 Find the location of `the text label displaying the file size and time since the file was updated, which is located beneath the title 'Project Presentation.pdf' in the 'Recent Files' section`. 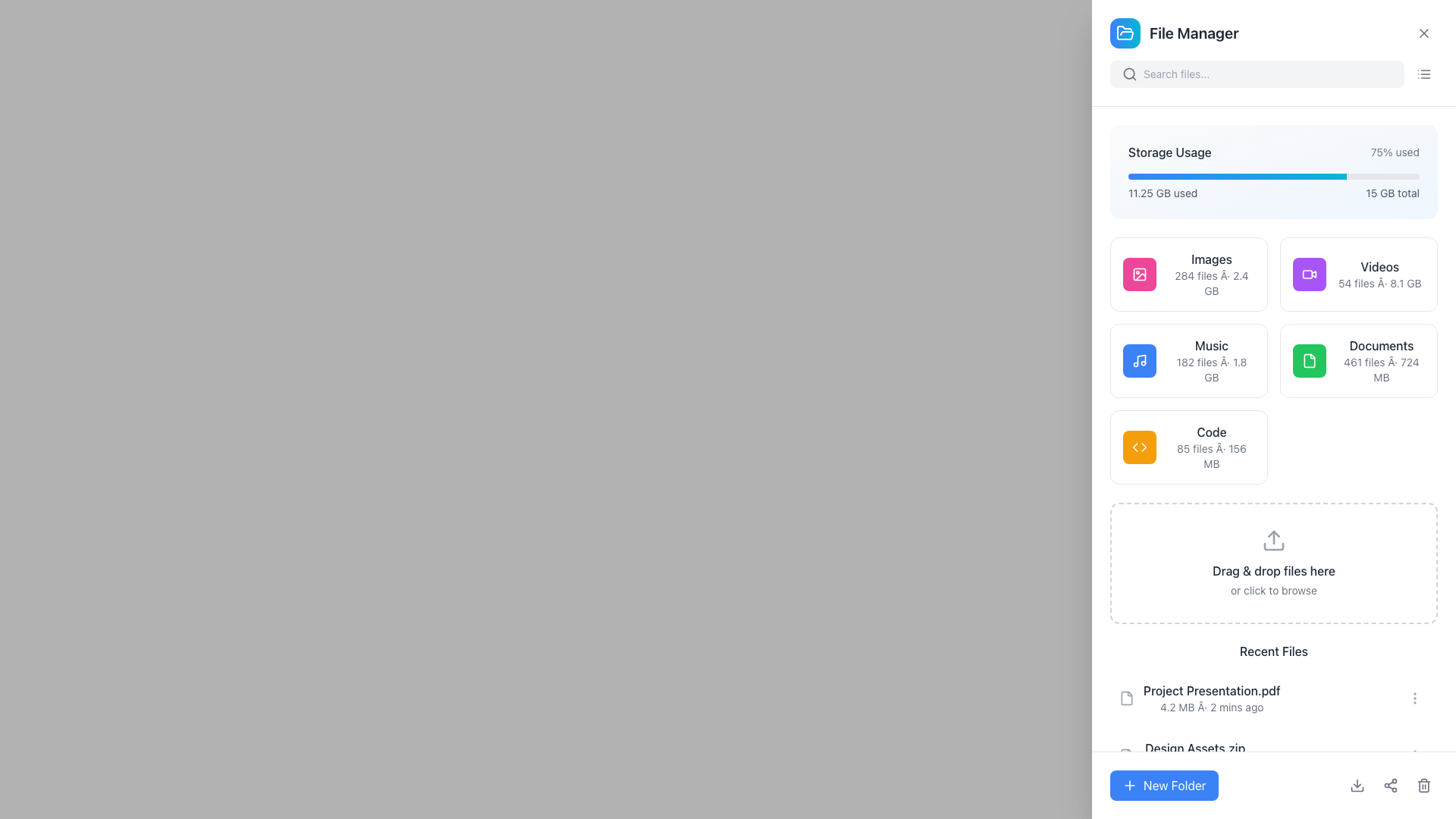

the text label displaying the file size and time since the file was updated, which is located beneath the title 'Project Presentation.pdf' in the 'Recent Files' section is located at coordinates (1211, 708).